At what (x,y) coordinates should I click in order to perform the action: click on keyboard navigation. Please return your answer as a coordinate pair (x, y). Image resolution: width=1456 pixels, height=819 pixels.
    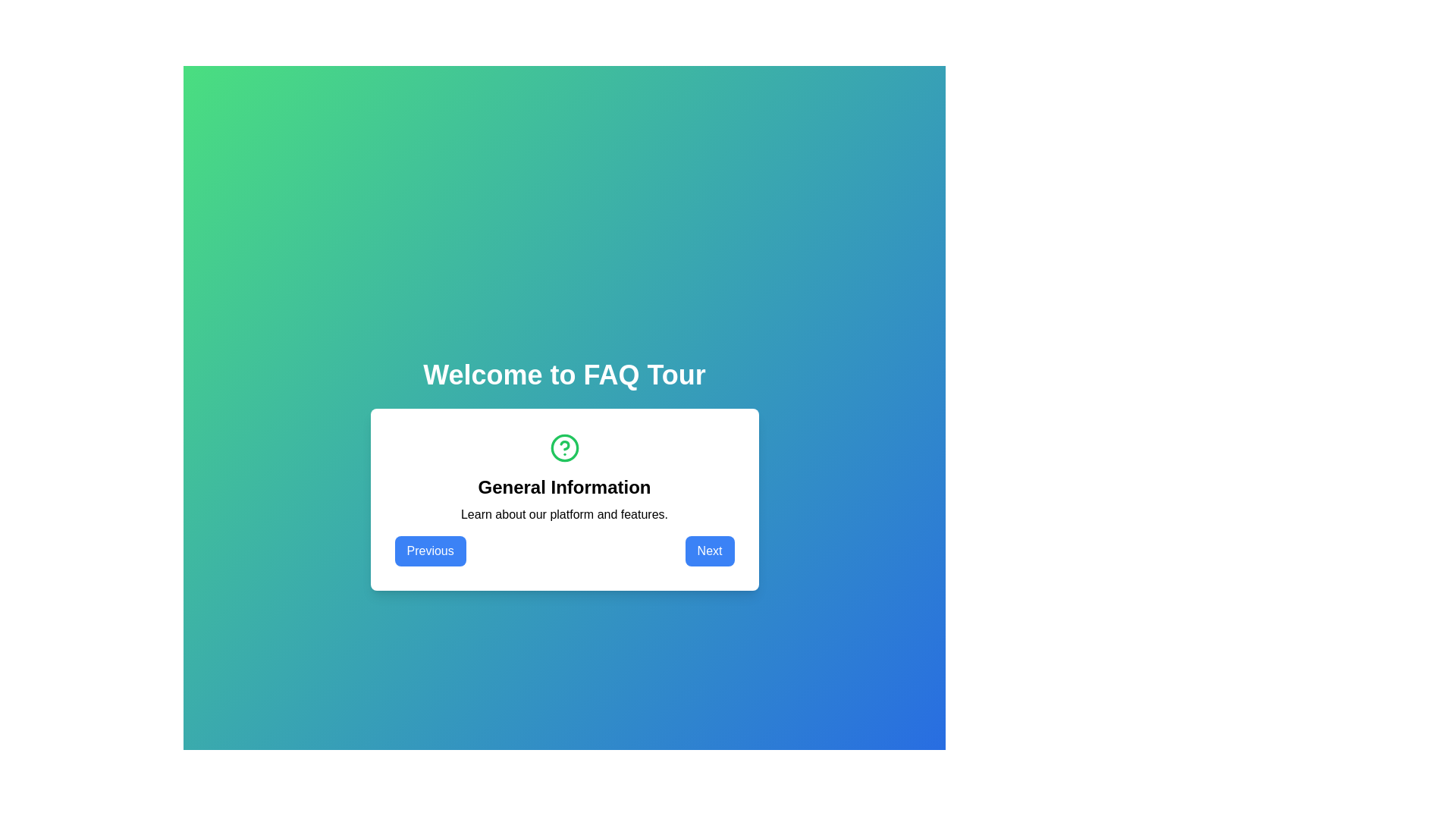
    Looking at the image, I should click on (563, 551).